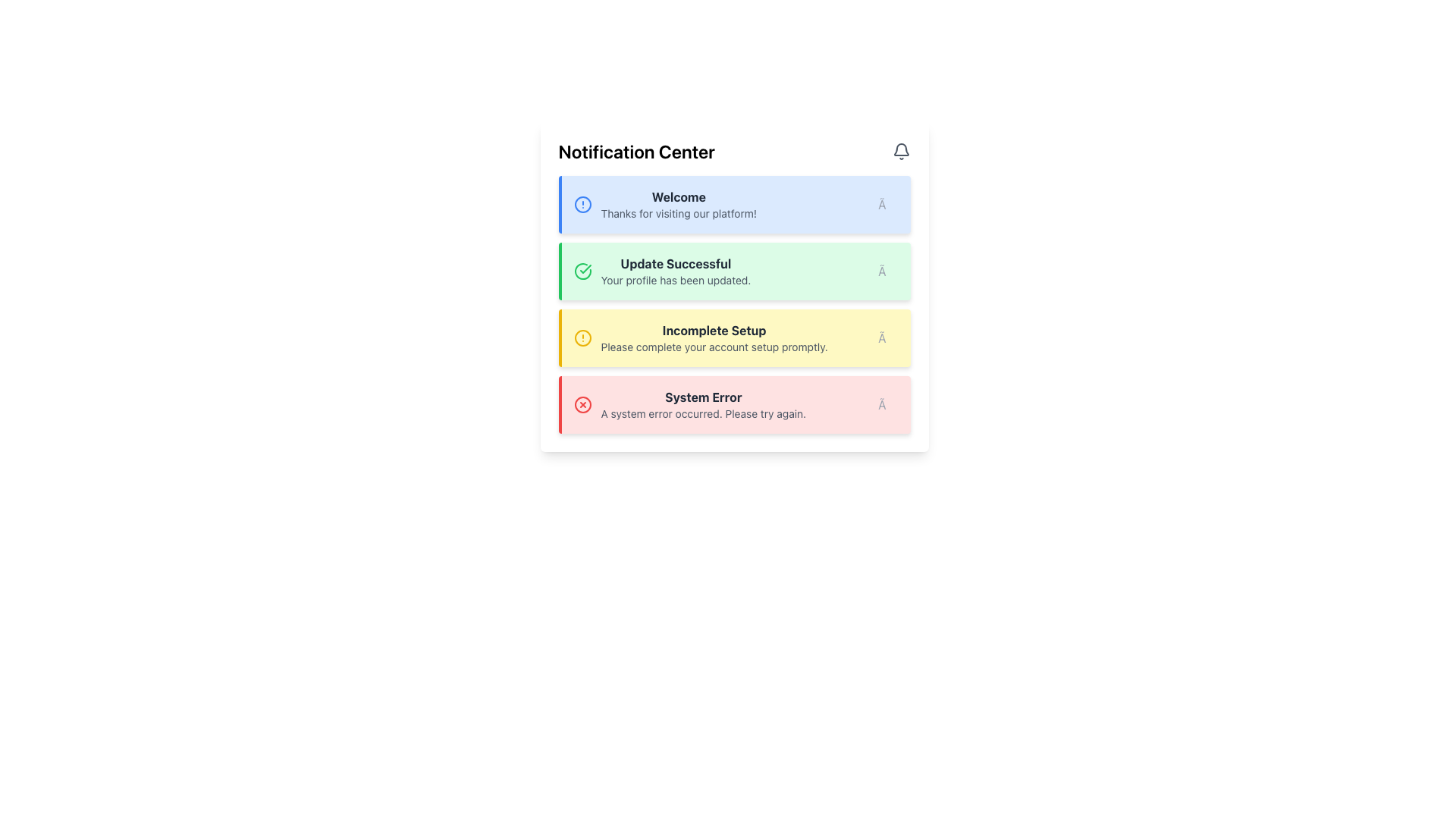 The height and width of the screenshot is (819, 1456). Describe the element at coordinates (714, 337) in the screenshot. I see `notification text block that informs the user about an incomplete account setup, located in the third entry of the notification center, between the 'Update Successful' and 'System Error' notifications` at that location.